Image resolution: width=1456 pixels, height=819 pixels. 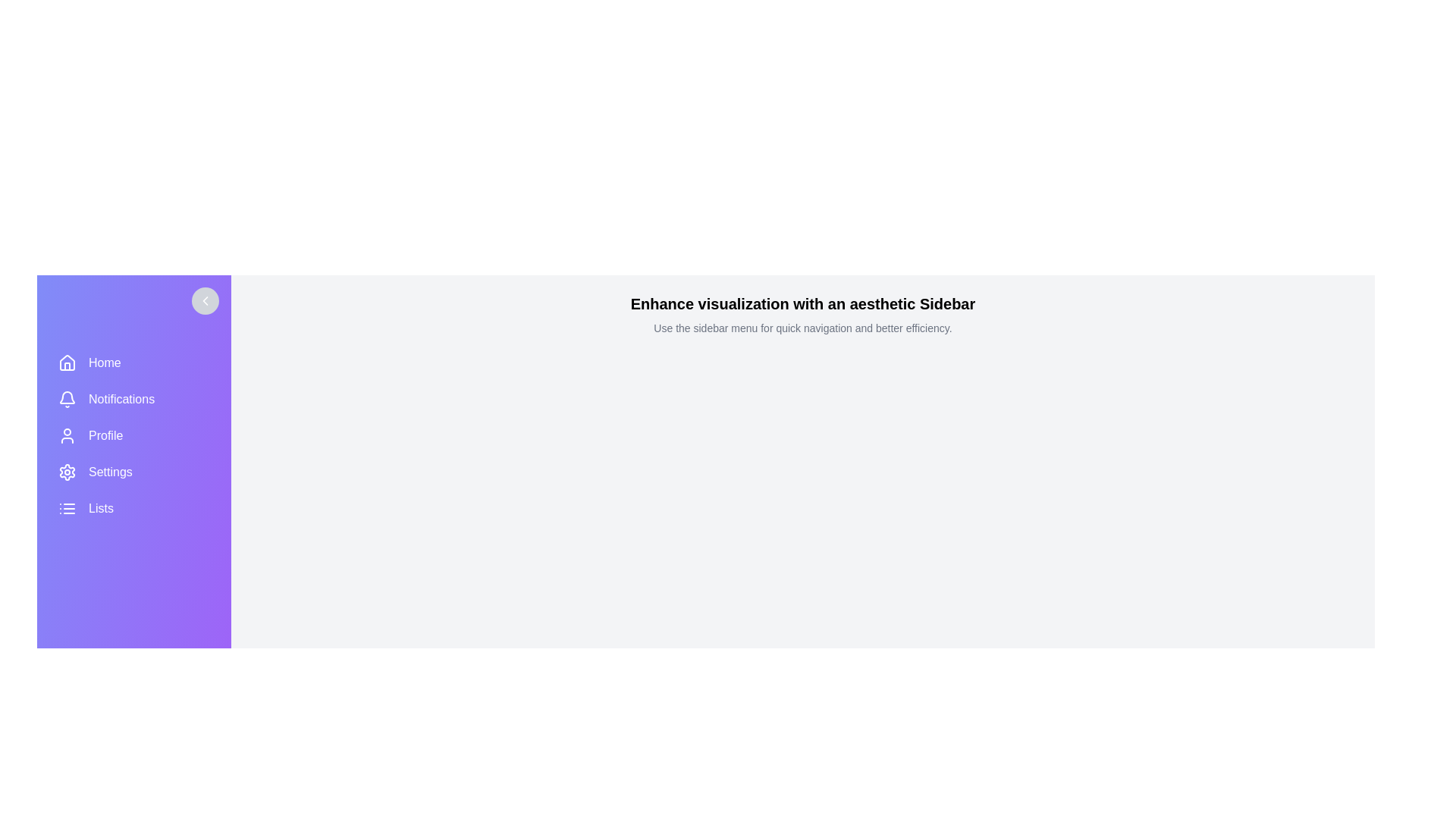 I want to click on the menu item Lists to reveal its label, so click(x=134, y=509).